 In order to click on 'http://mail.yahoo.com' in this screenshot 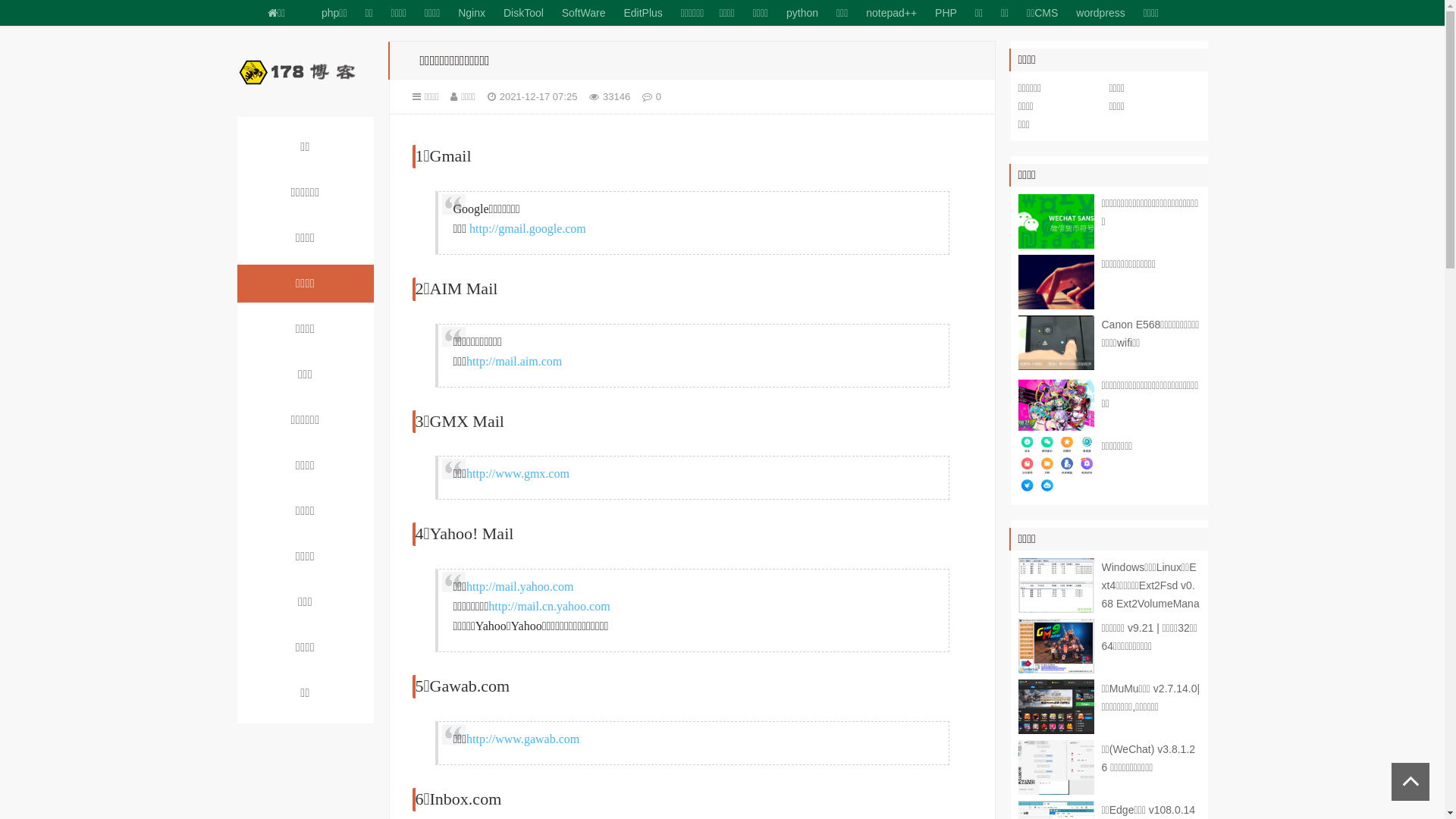, I will do `click(519, 585)`.